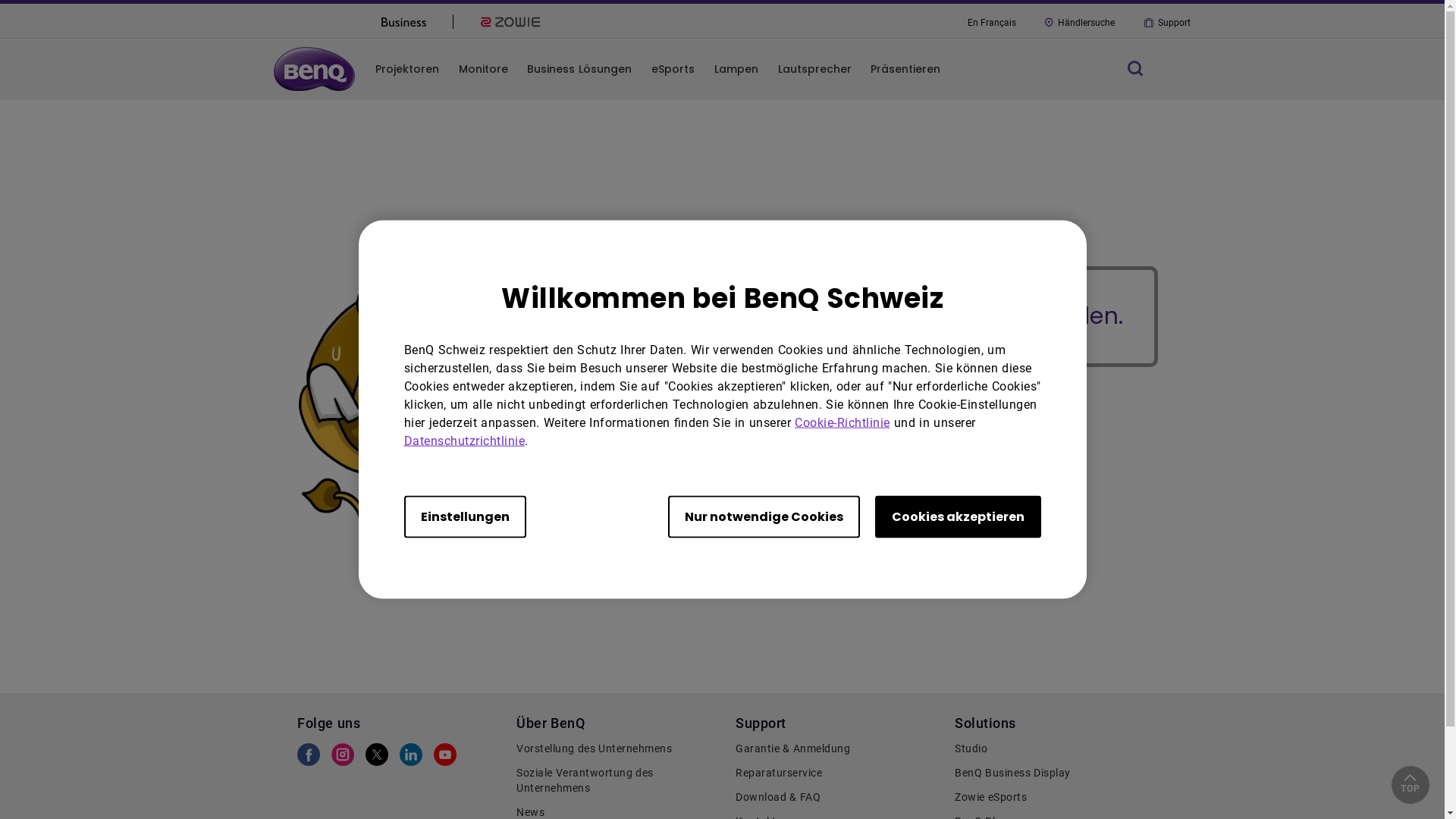 The height and width of the screenshot is (819, 1456). I want to click on 'BenQ Business Display', so click(1056, 773).